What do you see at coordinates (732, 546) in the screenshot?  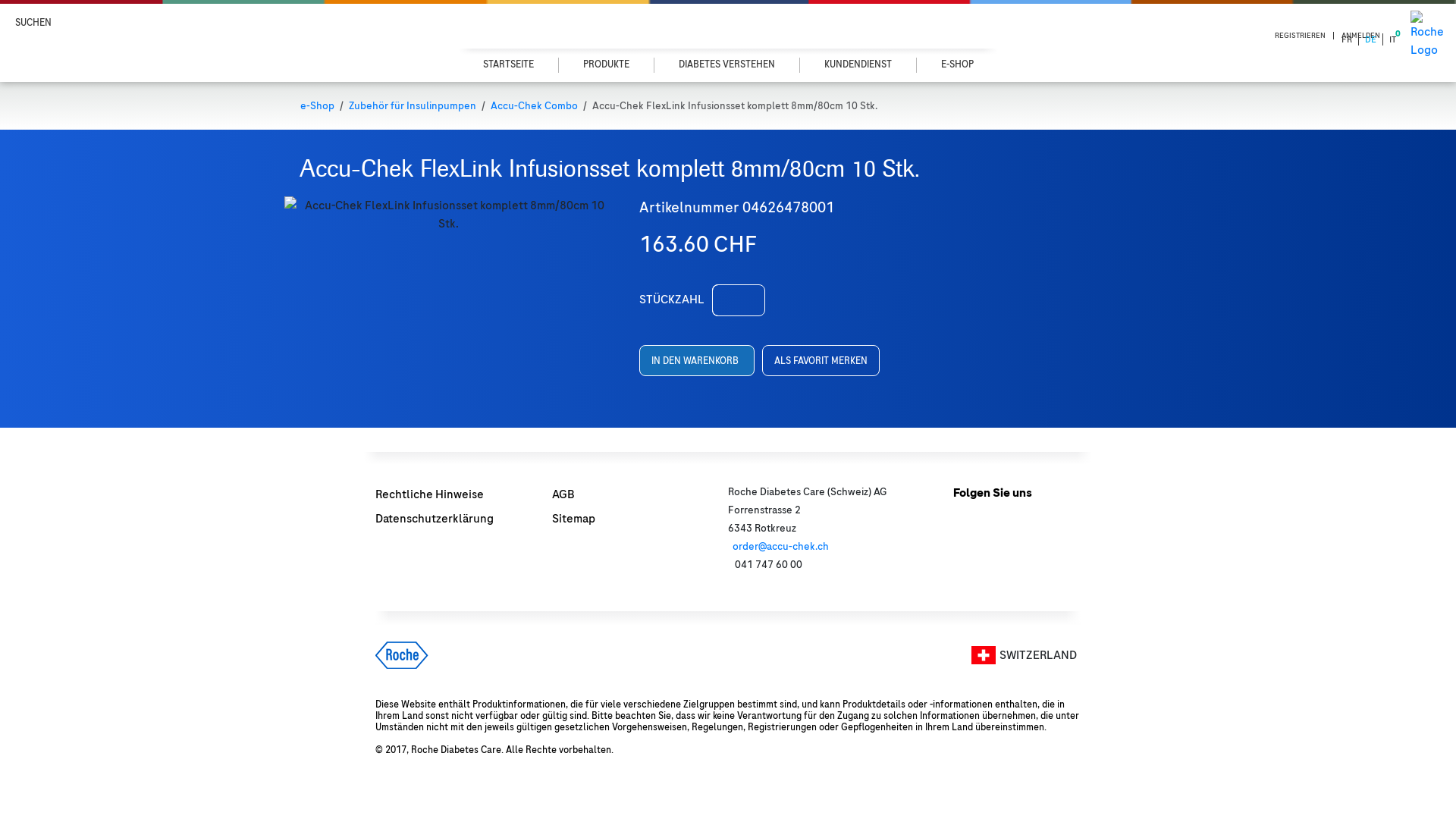 I see `'order@accu-chek.ch'` at bounding box center [732, 546].